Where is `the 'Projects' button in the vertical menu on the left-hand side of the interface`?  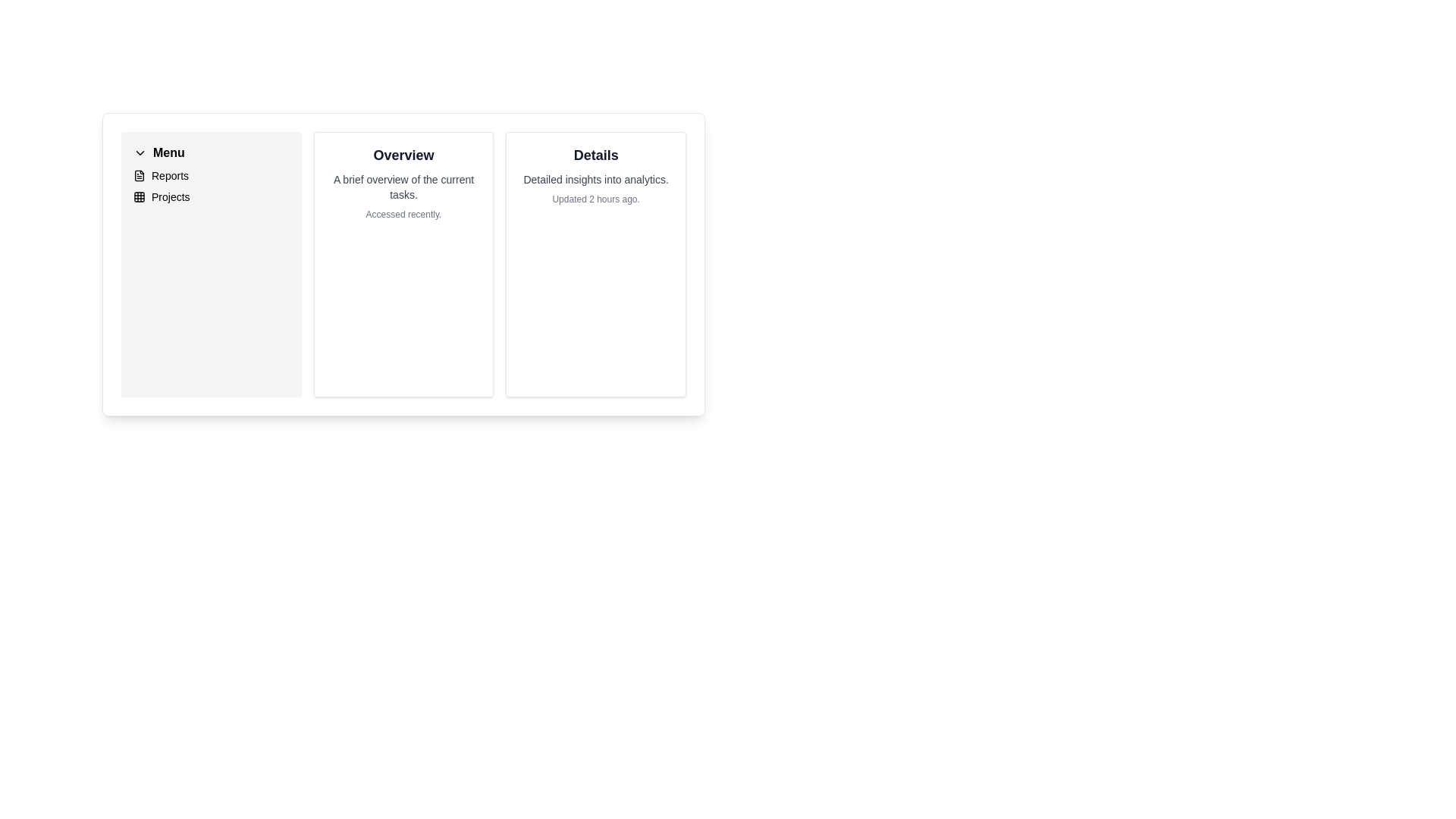
the 'Projects' button in the vertical menu on the left-hand side of the interface is located at coordinates (171, 196).